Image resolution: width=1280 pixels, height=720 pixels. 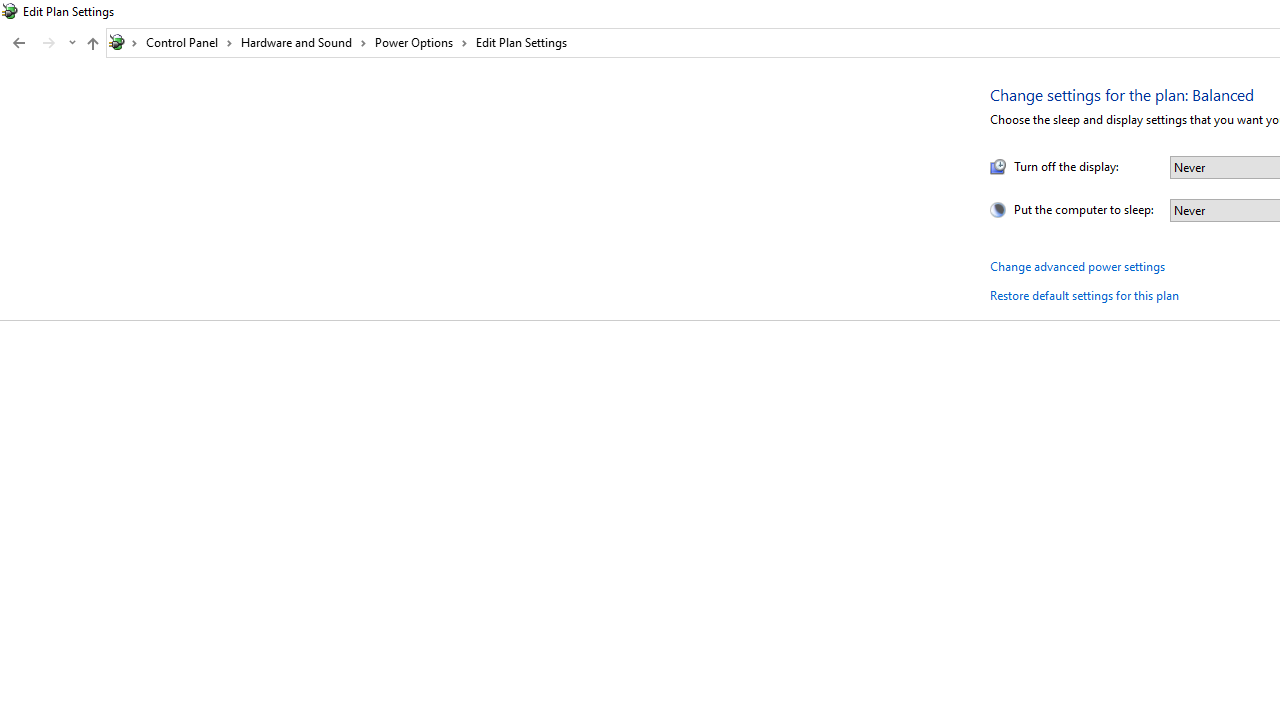 I want to click on 'All locations', so click(x=123, y=42).